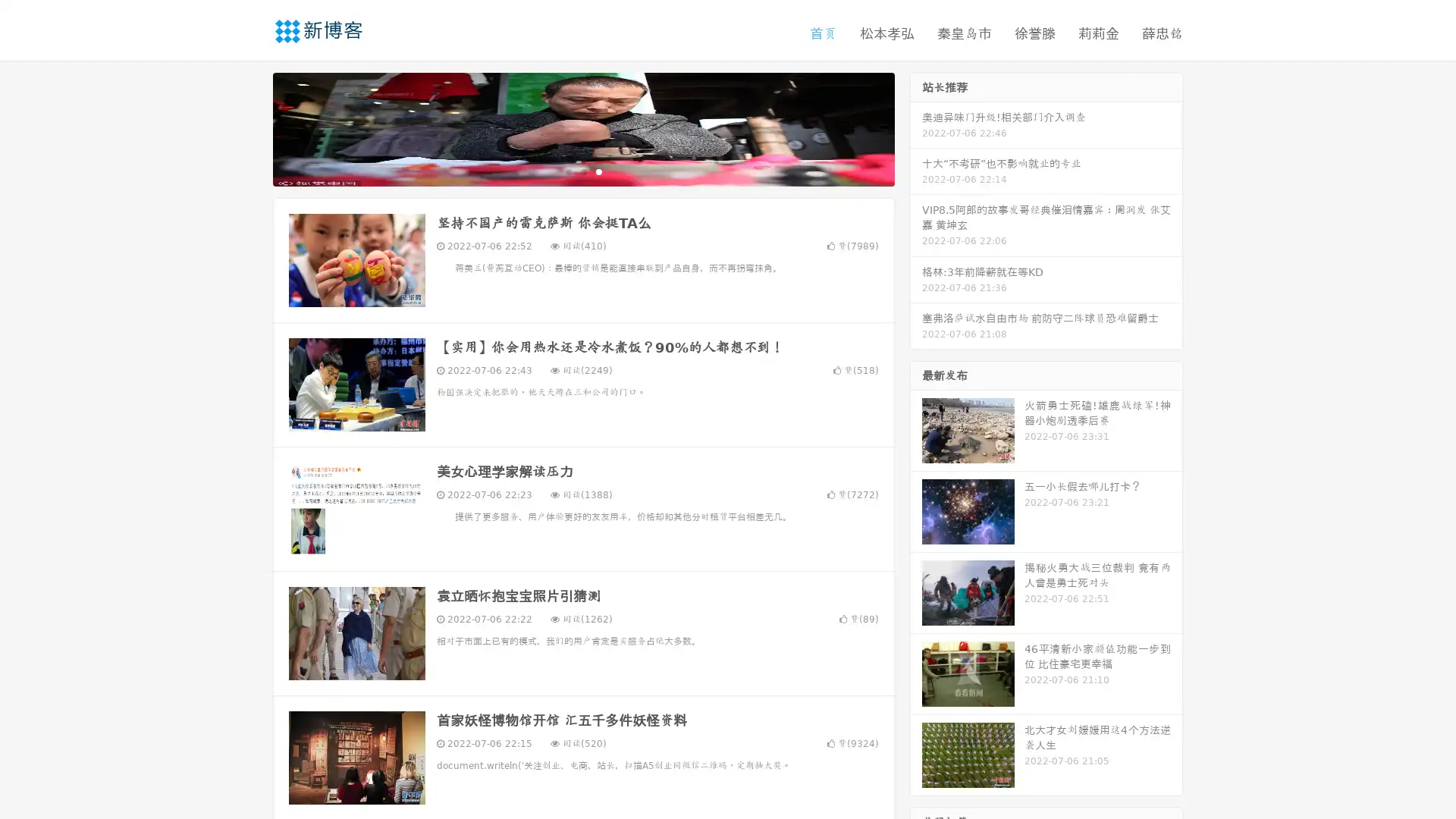 The image size is (1456, 819). Describe the element at coordinates (598, 171) in the screenshot. I see `Go to slide 3` at that location.